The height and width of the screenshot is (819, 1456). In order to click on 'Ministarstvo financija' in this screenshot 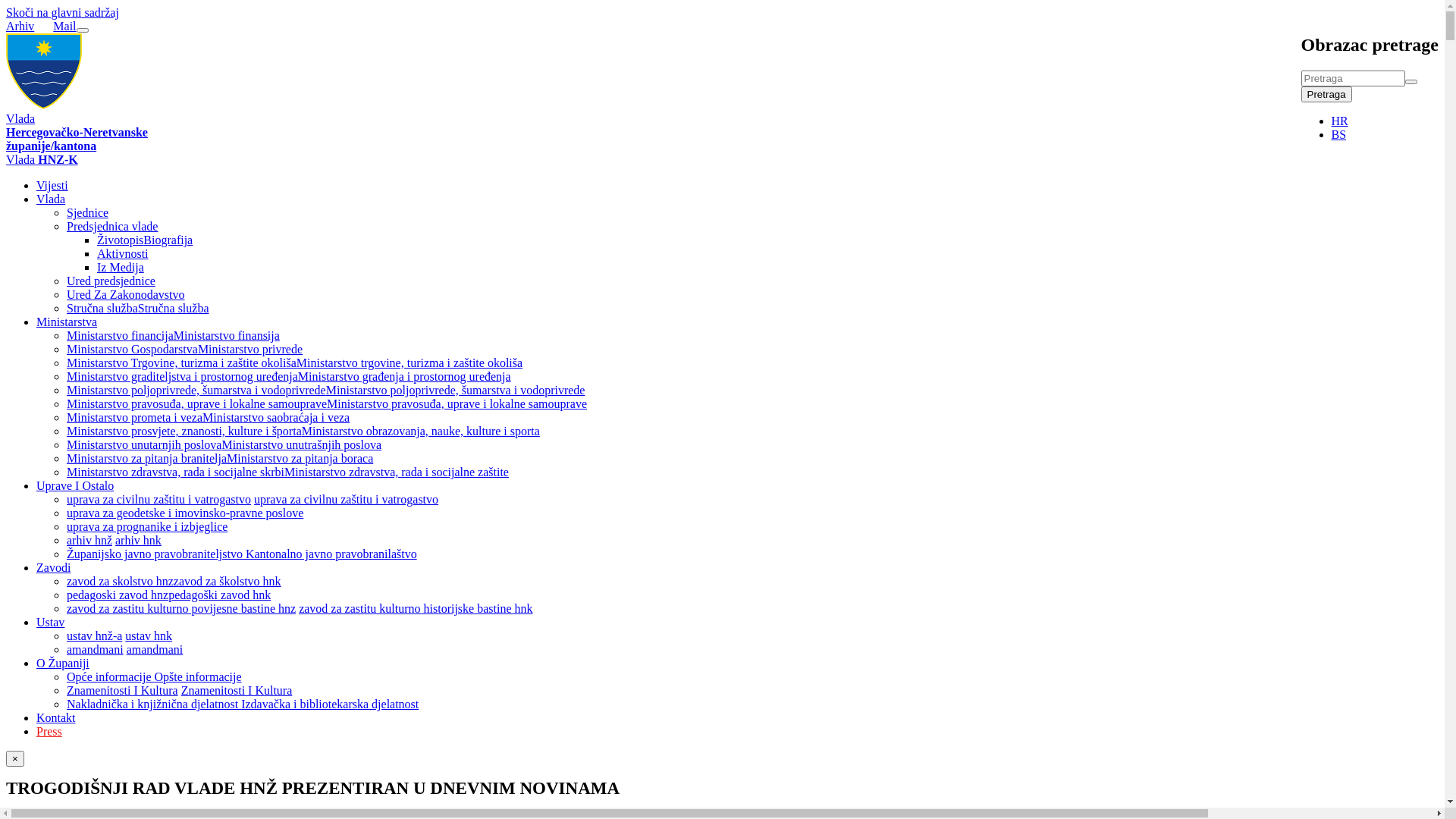, I will do `click(119, 334)`.